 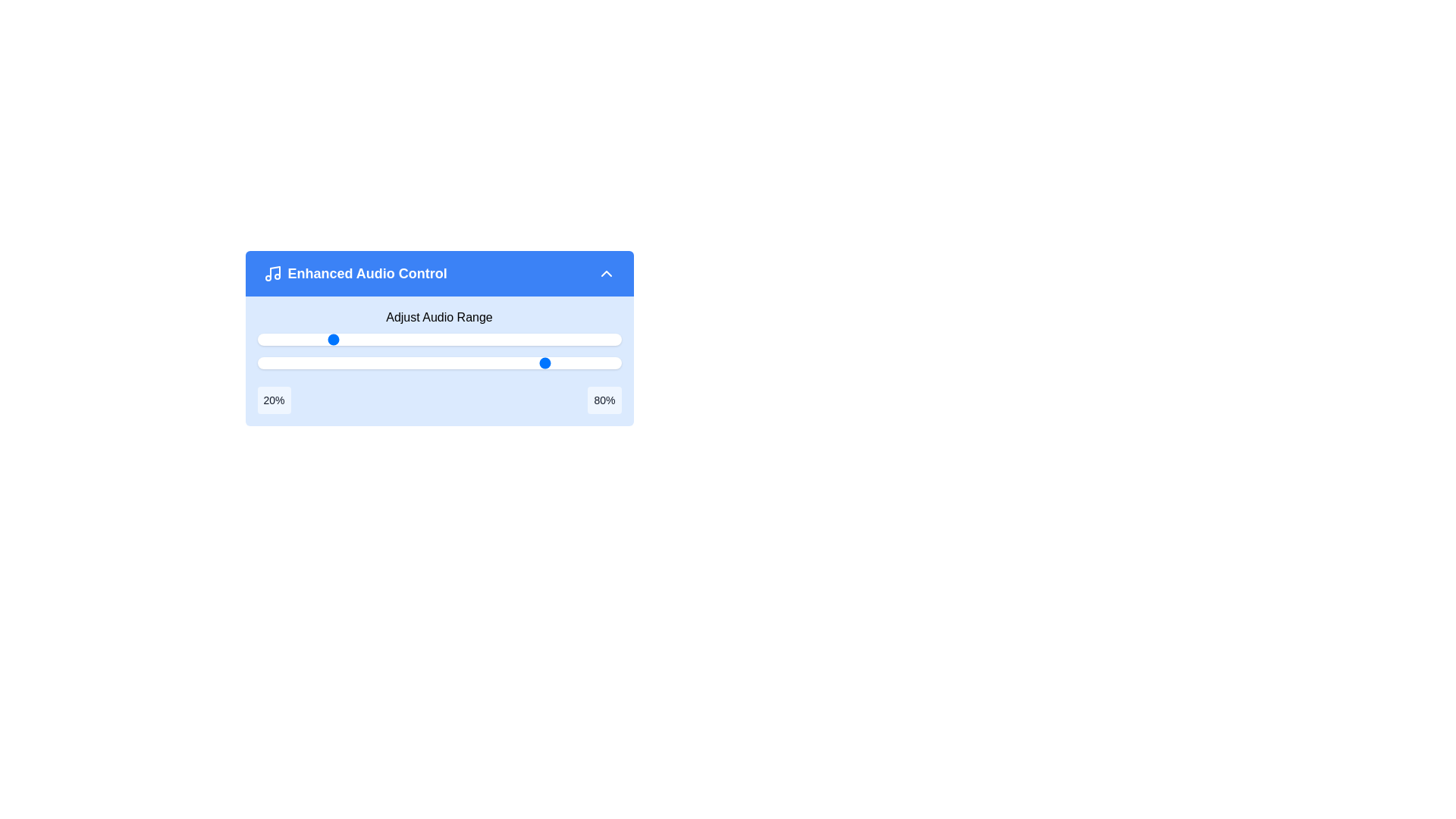 What do you see at coordinates (504, 338) in the screenshot?
I see `the slider value` at bounding box center [504, 338].